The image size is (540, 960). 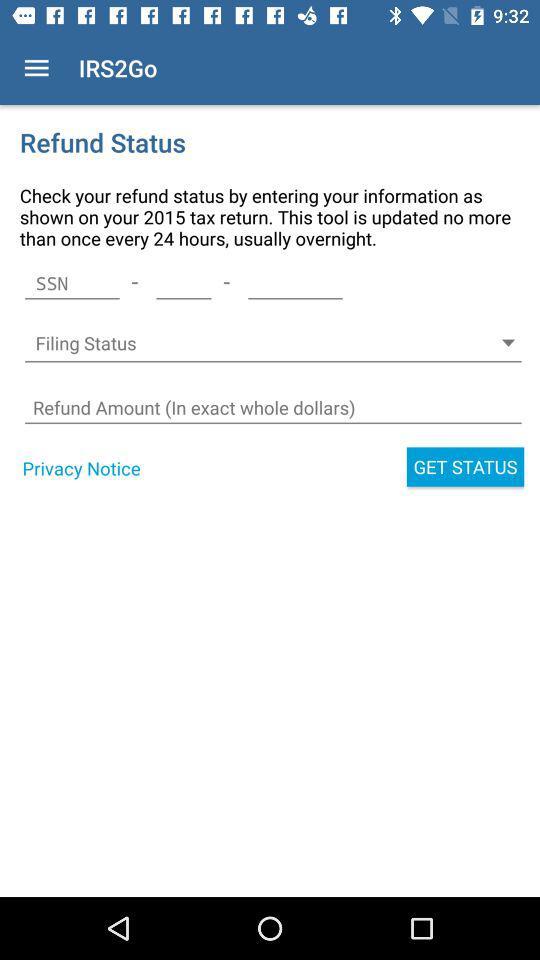 What do you see at coordinates (36, 68) in the screenshot?
I see `icon to the left of irs2go item` at bounding box center [36, 68].